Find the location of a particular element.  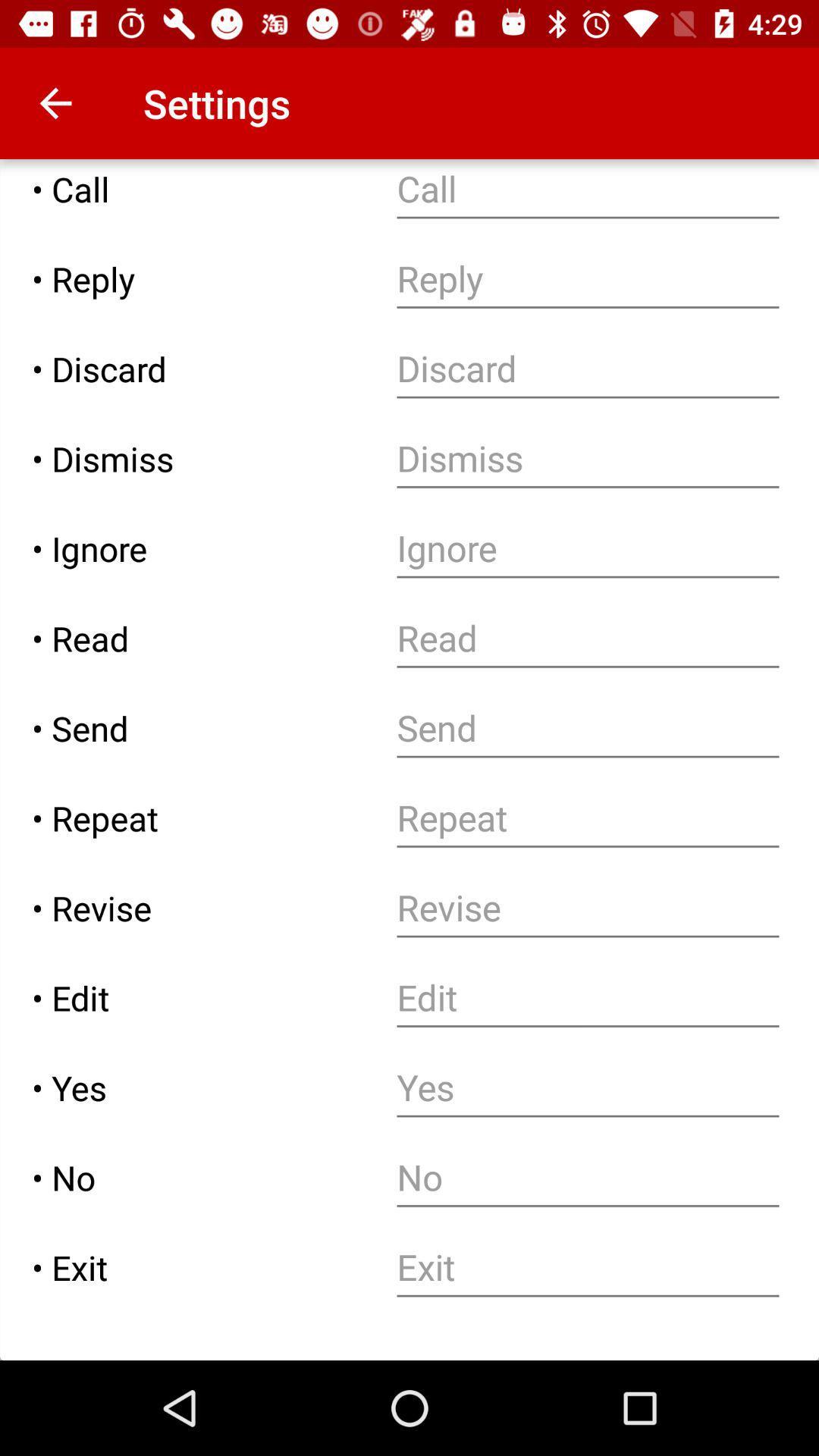

specify text to be deleted is located at coordinates (587, 369).